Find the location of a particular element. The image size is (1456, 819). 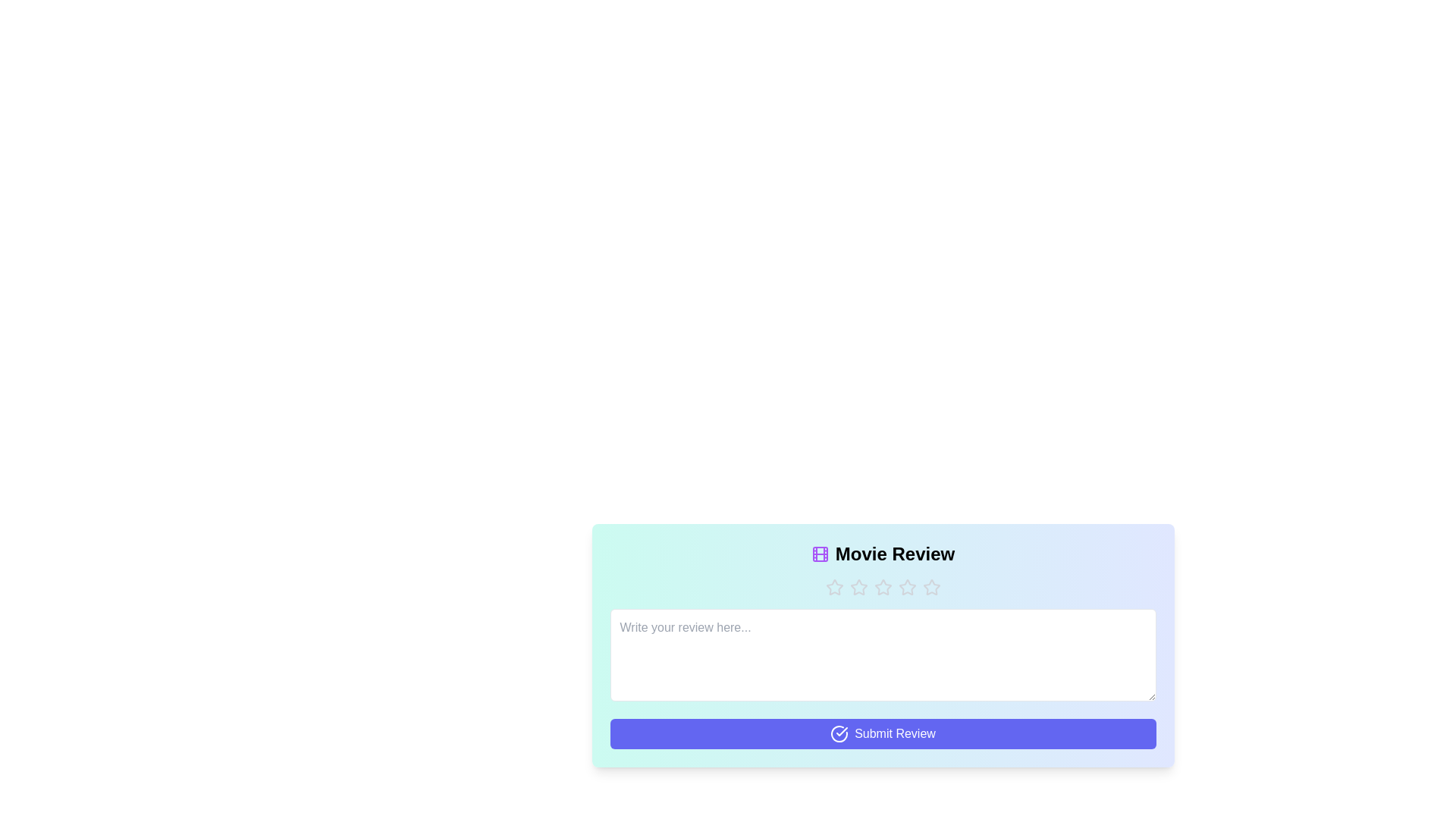

the button with text 'Submit Review' to observe its hover effect is located at coordinates (883, 733).